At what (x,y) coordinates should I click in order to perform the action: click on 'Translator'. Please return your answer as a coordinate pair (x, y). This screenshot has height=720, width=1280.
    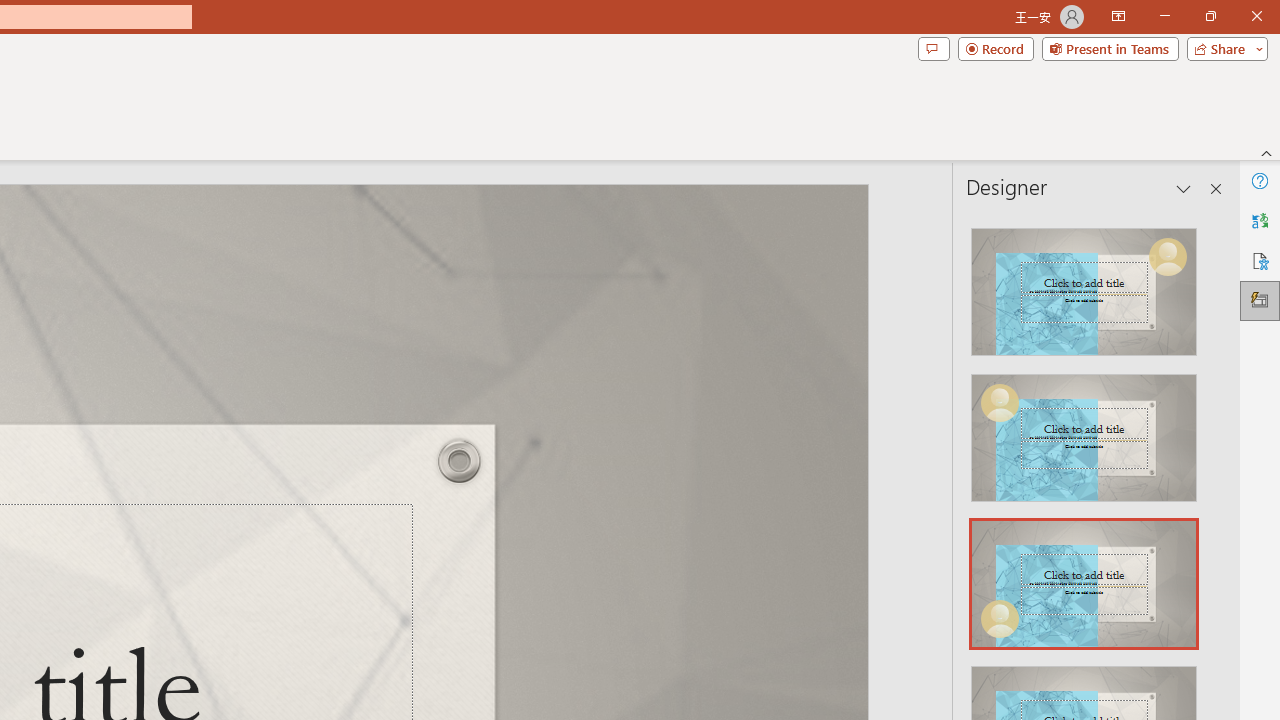
    Looking at the image, I should click on (1259, 221).